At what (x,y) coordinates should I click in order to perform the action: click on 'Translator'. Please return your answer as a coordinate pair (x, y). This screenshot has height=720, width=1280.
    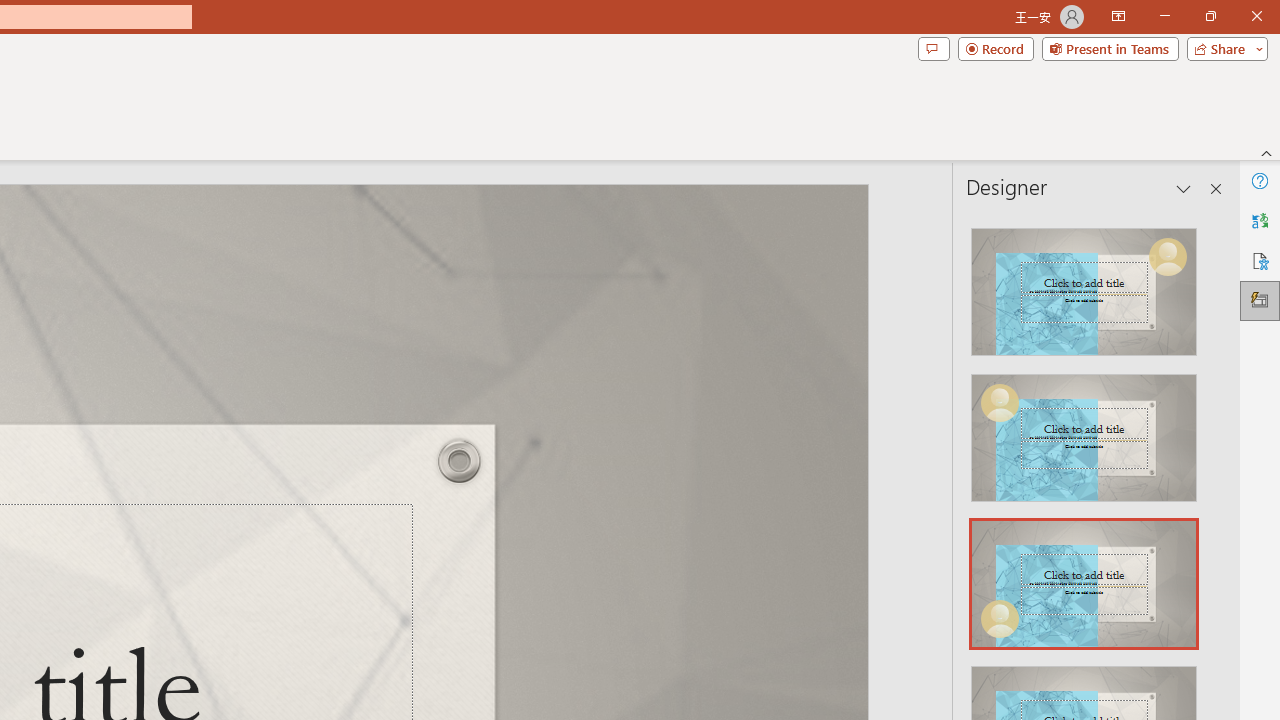
    Looking at the image, I should click on (1259, 221).